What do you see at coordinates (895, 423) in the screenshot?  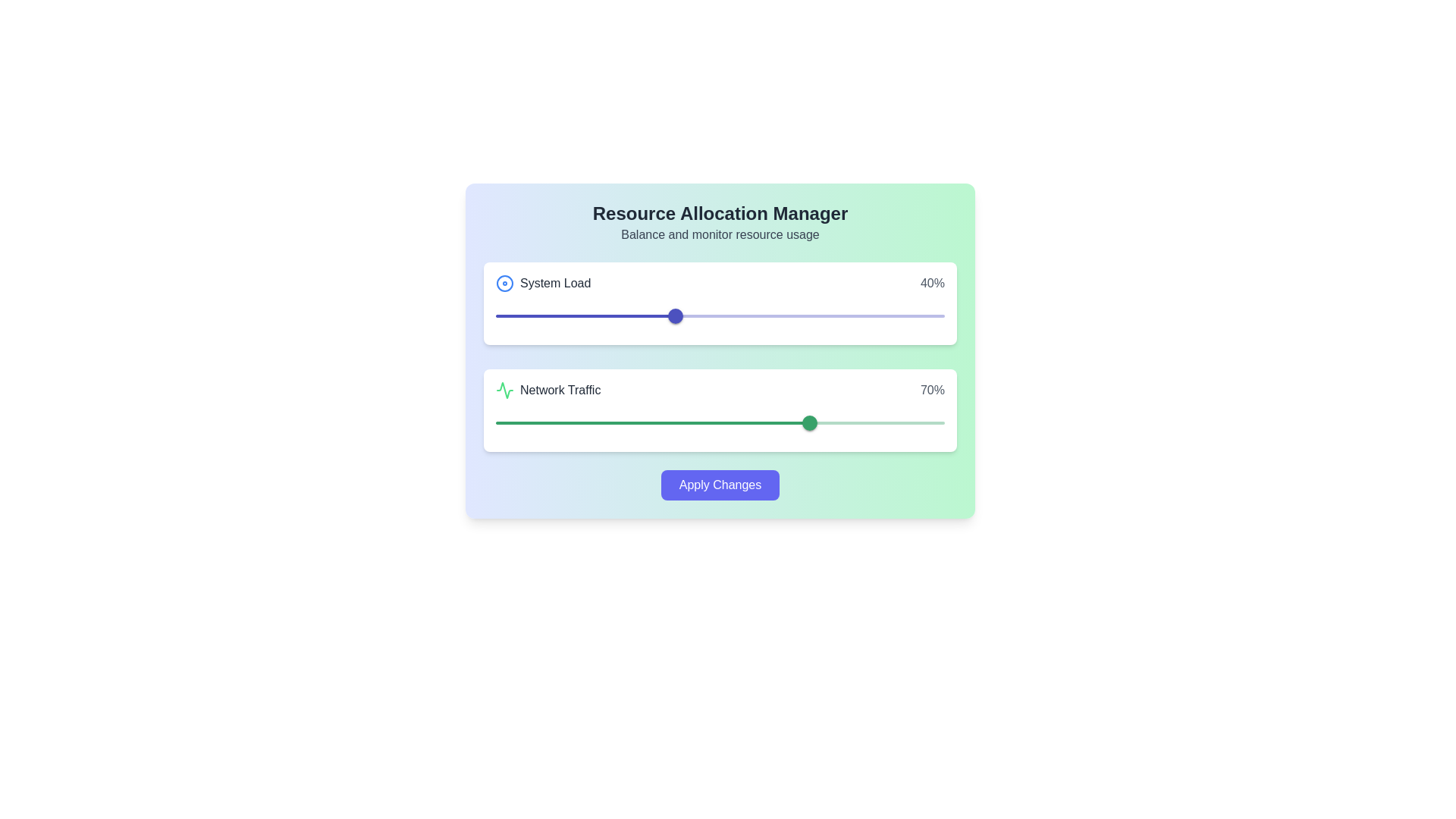 I see `the slider value` at bounding box center [895, 423].